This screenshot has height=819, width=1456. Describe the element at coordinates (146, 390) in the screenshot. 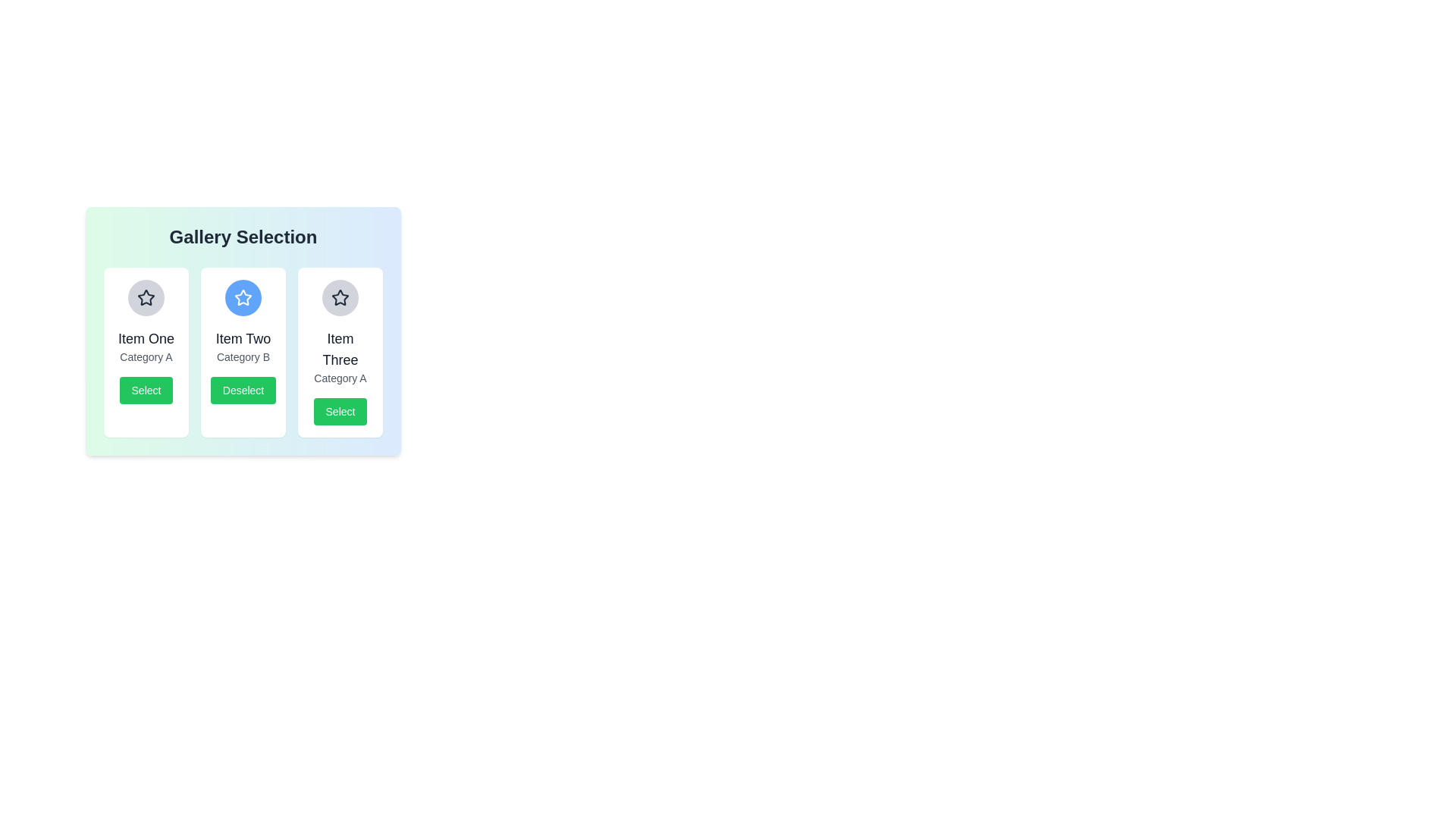

I see `the button corresponding to Item One to toggle its selection state` at that location.